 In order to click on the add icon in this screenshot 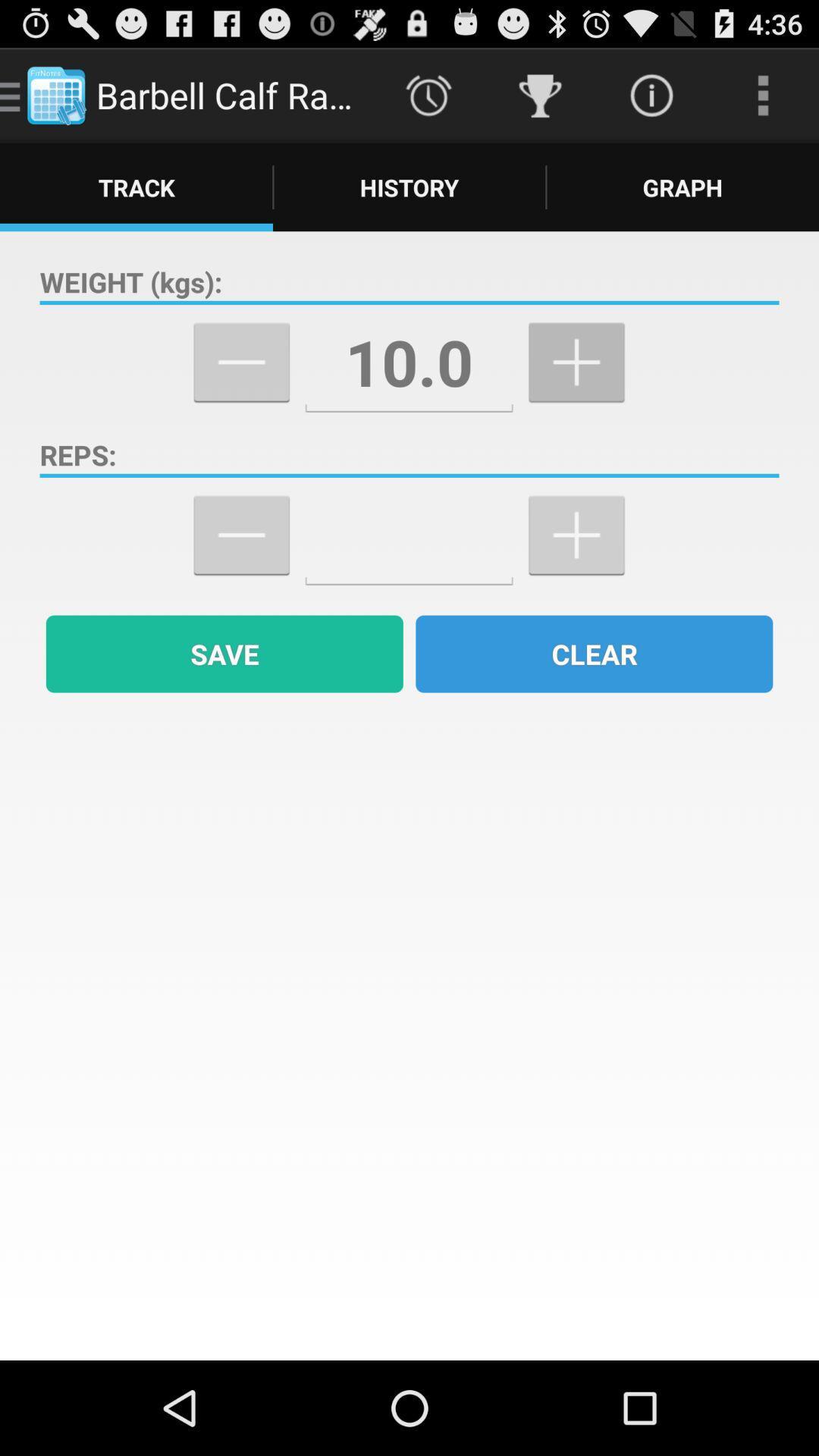, I will do `click(576, 388)`.